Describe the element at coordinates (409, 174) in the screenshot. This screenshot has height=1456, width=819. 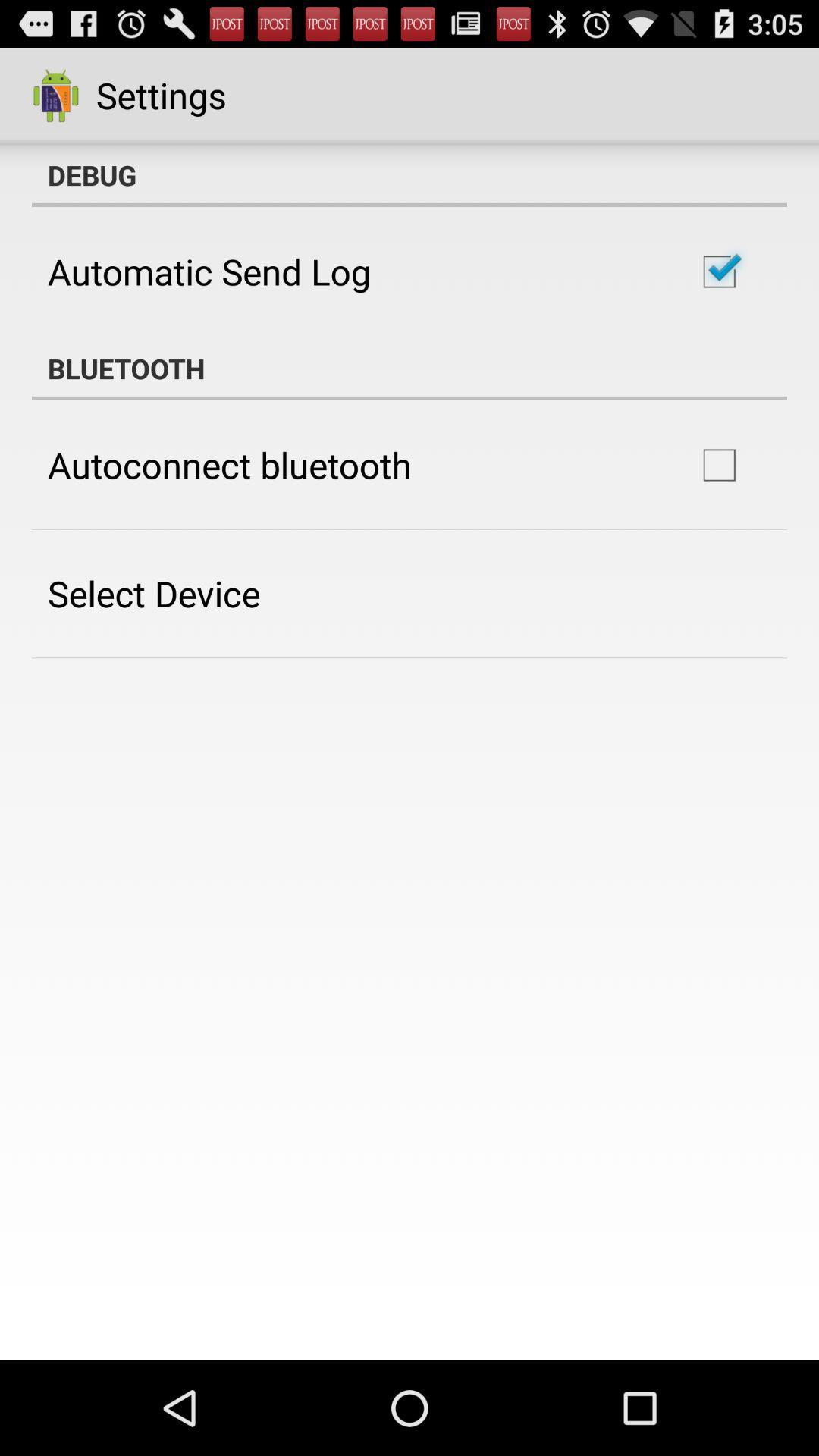
I see `debug item` at that location.